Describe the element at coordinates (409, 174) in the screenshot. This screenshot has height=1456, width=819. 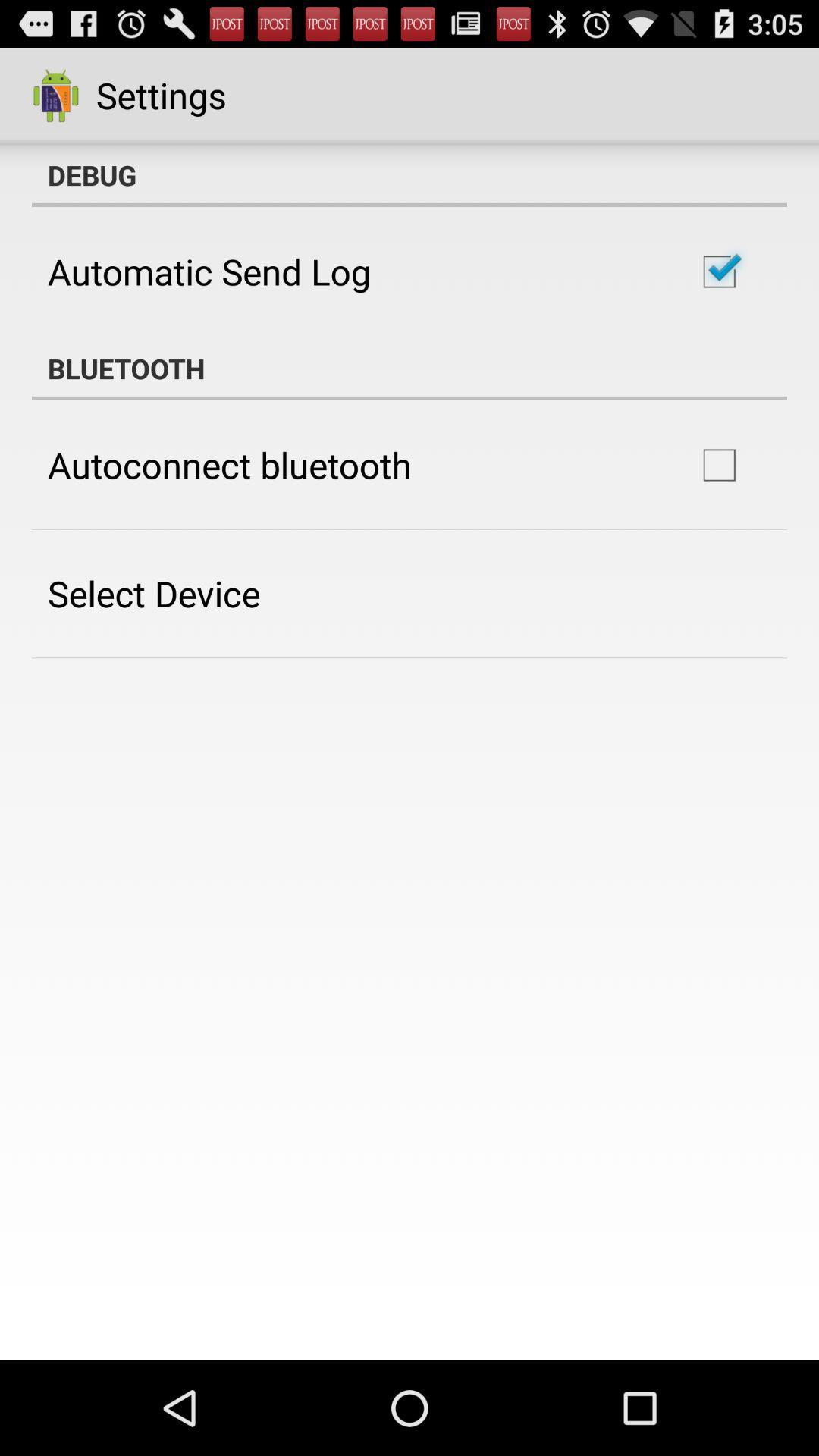
I see `debug item` at that location.